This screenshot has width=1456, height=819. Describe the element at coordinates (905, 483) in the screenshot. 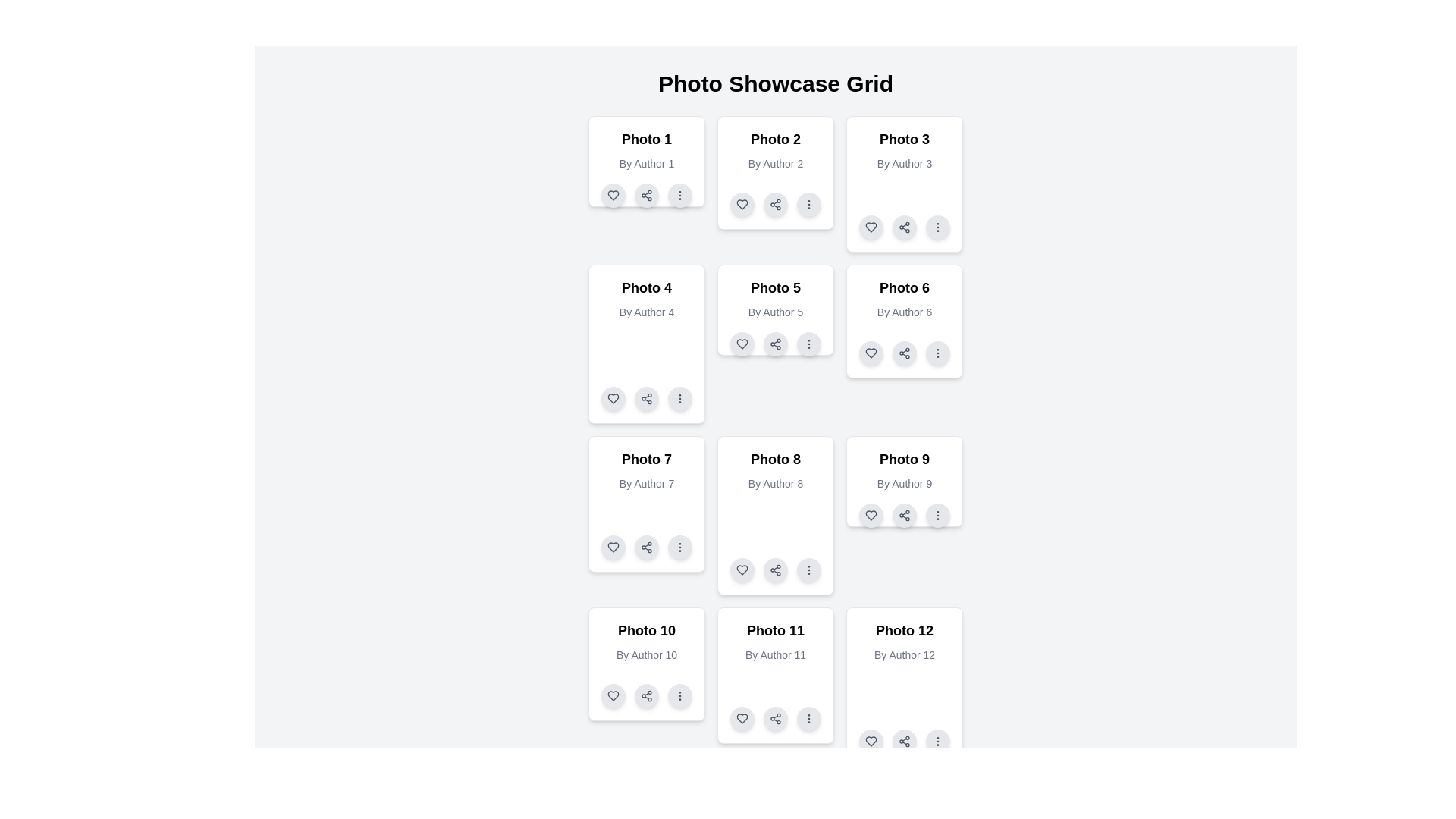

I see `the Text label providing attribution or author information located below the heading 'Photo 9' in the ninth card of the grid layout` at that location.